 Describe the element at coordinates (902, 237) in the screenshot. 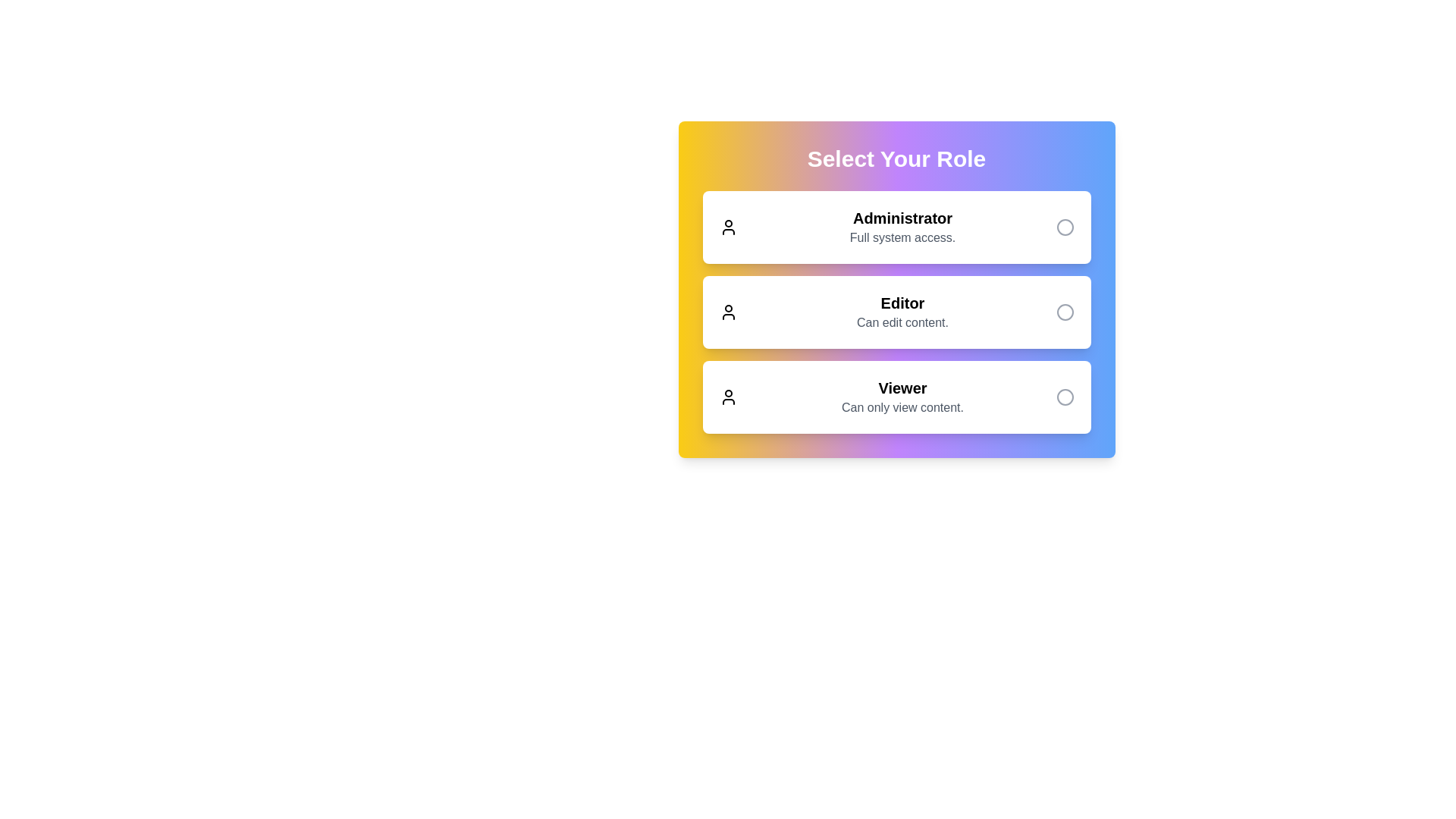

I see `the Text label providing clarification about the permissions or capabilities granted by the 'Administrator' role, located within the 'Administrator' card under 'Select Your Role'` at that location.